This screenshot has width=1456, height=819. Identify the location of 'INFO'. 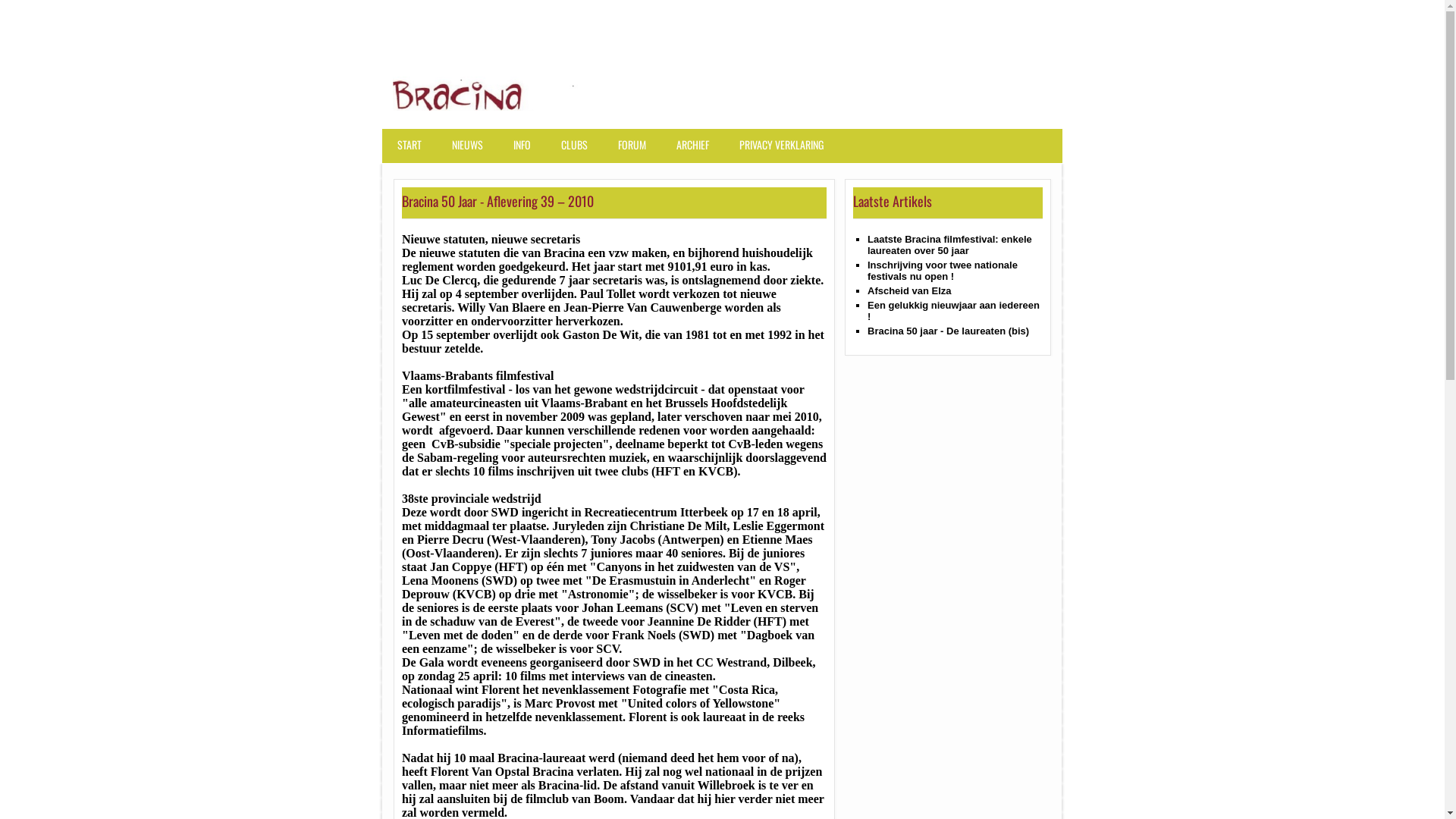
(526, 152).